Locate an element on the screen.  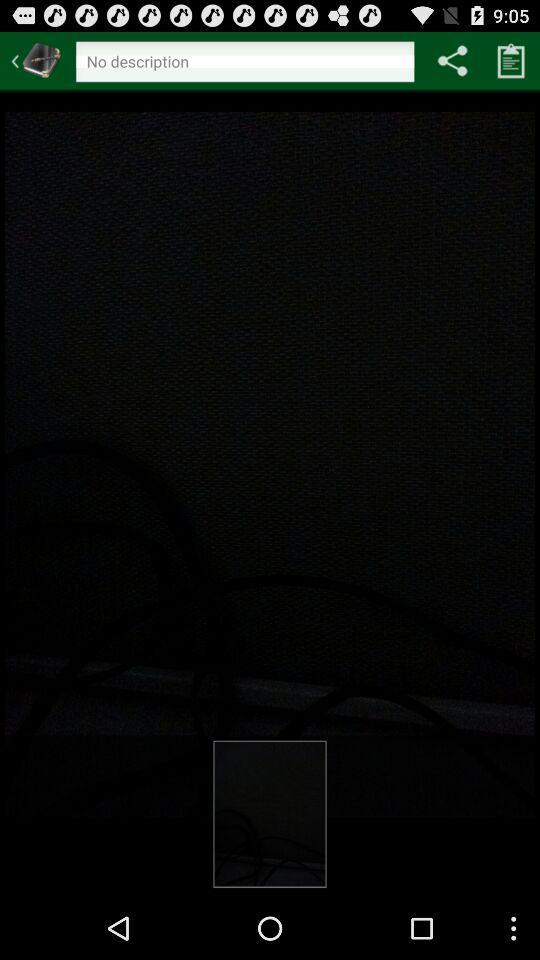
search term is located at coordinates (245, 64).